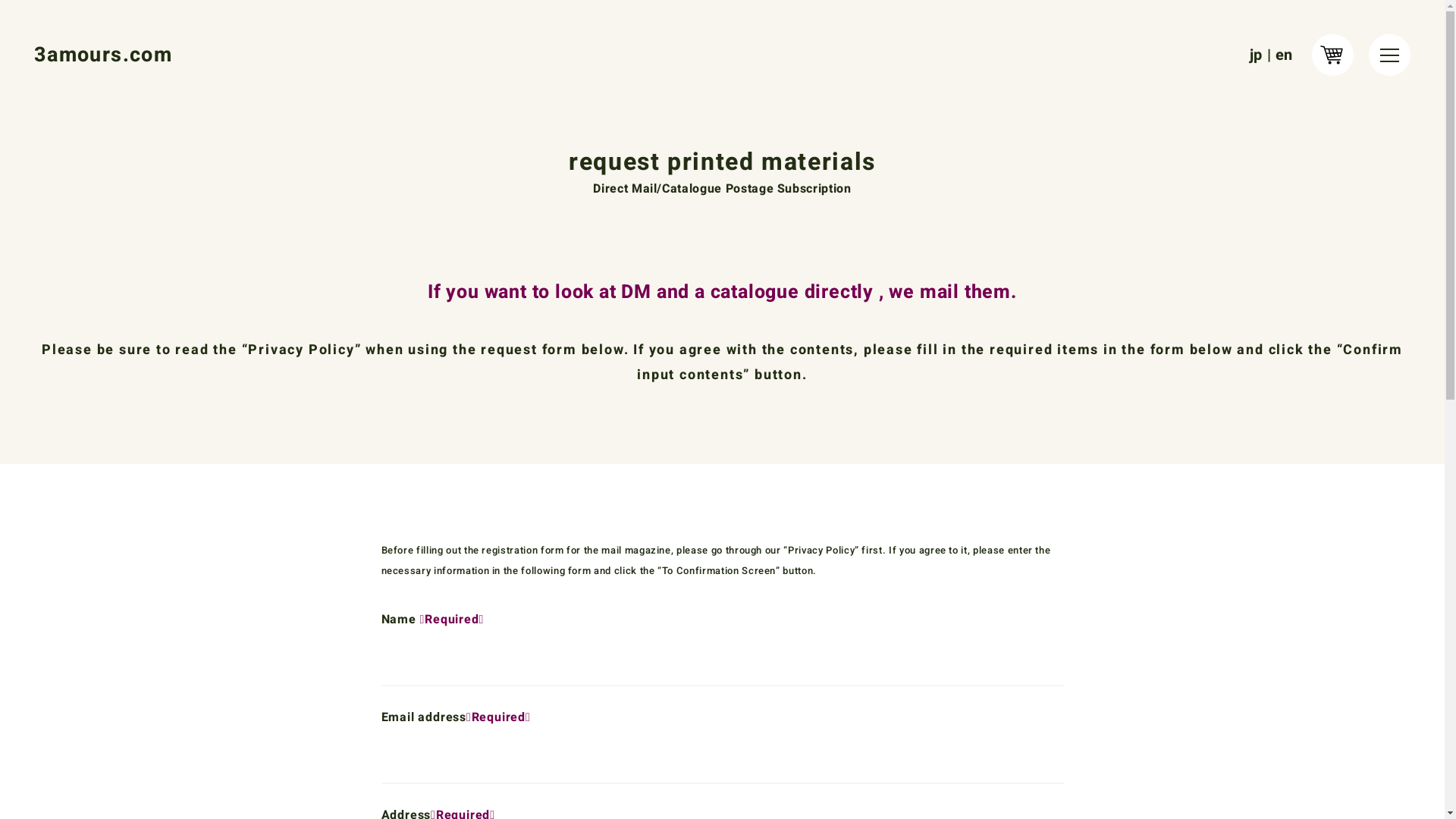  I want to click on '3amours.com', so click(102, 54).